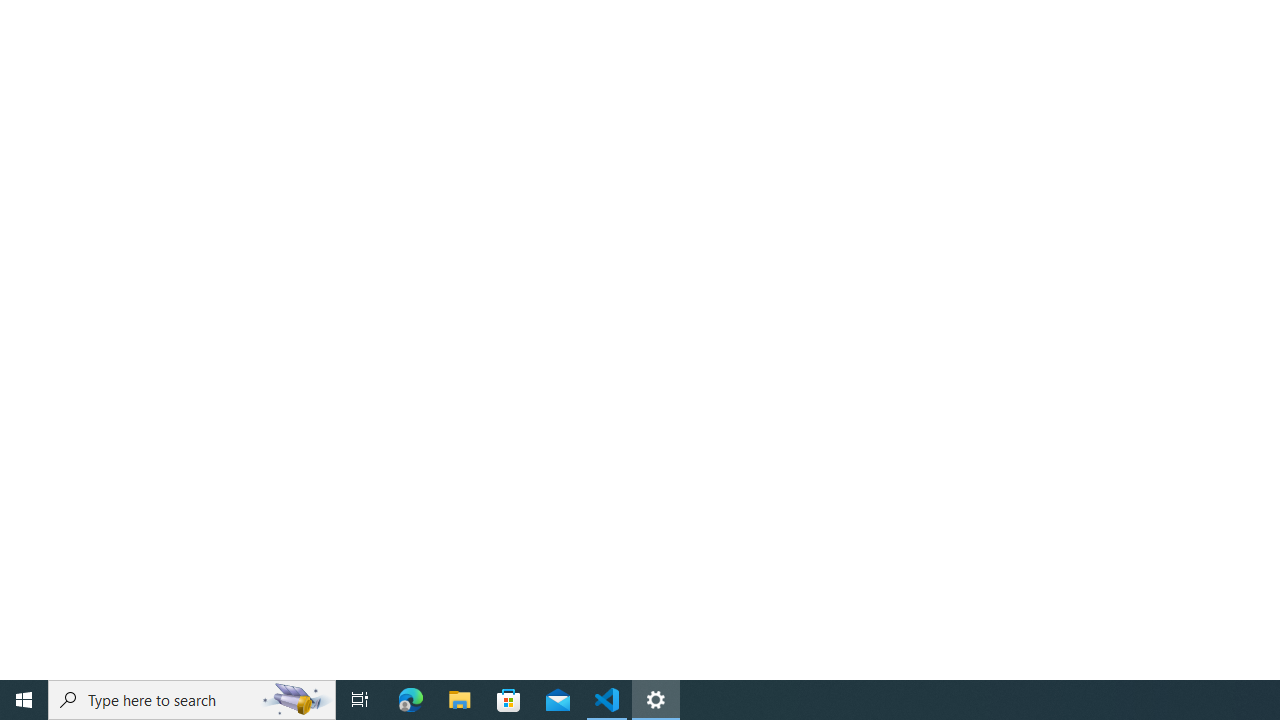 Image resolution: width=1280 pixels, height=720 pixels. I want to click on 'Search highlights icon opens search home window', so click(294, 698).